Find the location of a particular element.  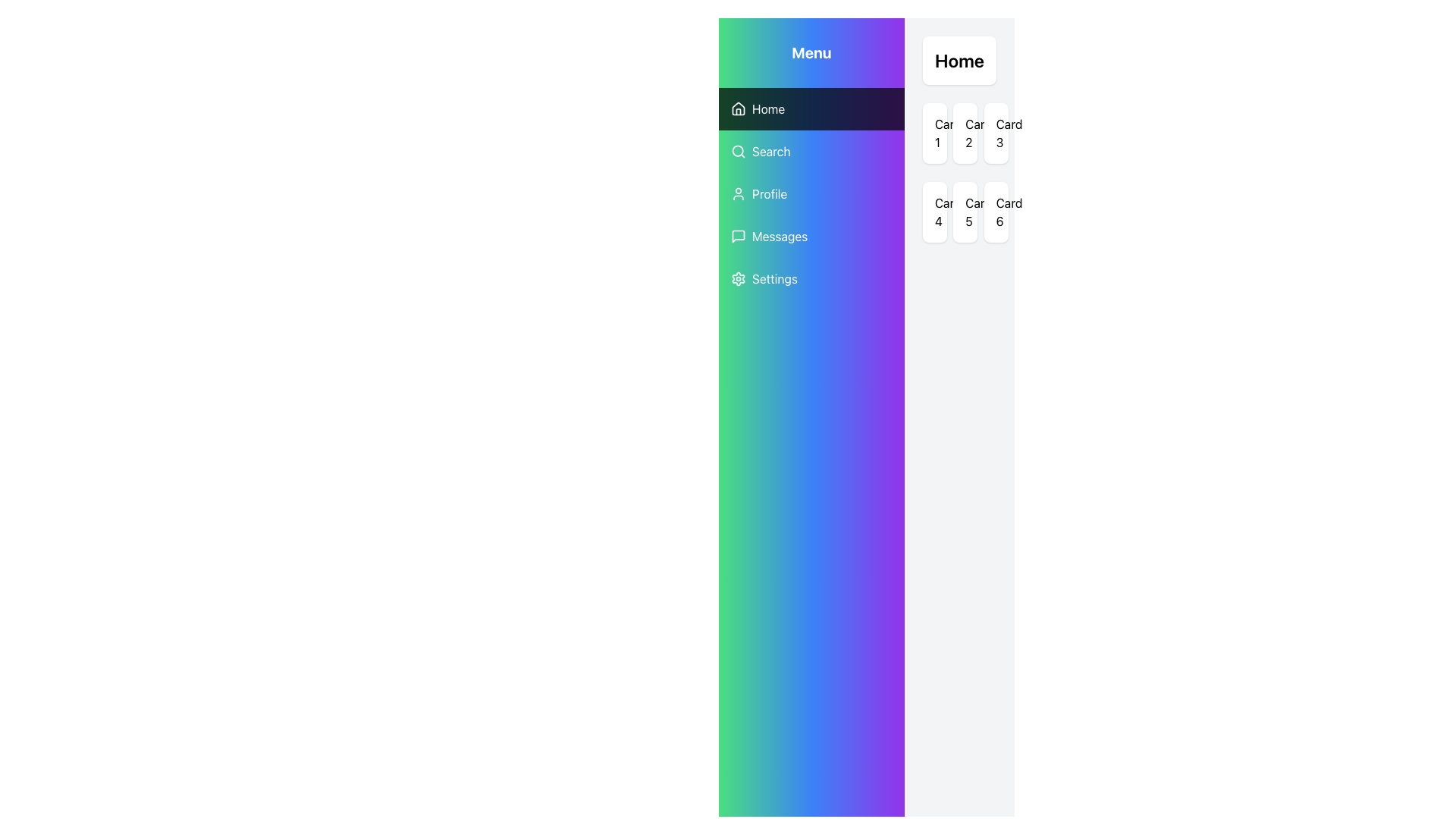

the circular part of the magnifying glass icon in the left sidebar navigation menu, which indicates the search functionality is located at coordinates (738, 151).